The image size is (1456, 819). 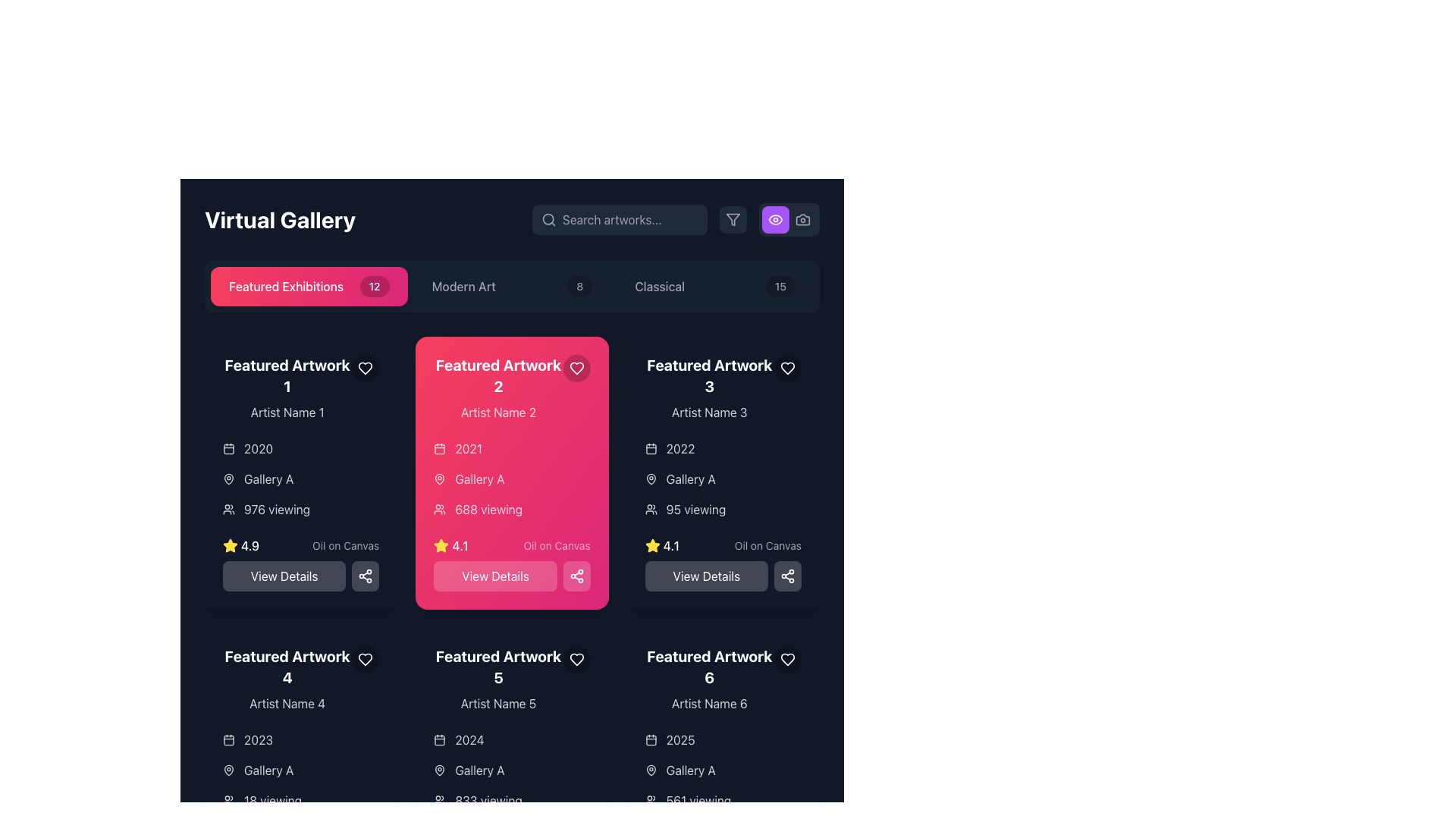 I want to click on the favorite or like indicator button located in the top-right corner of the 'Featured Artwork 6' card, so click(x=787, y=659).